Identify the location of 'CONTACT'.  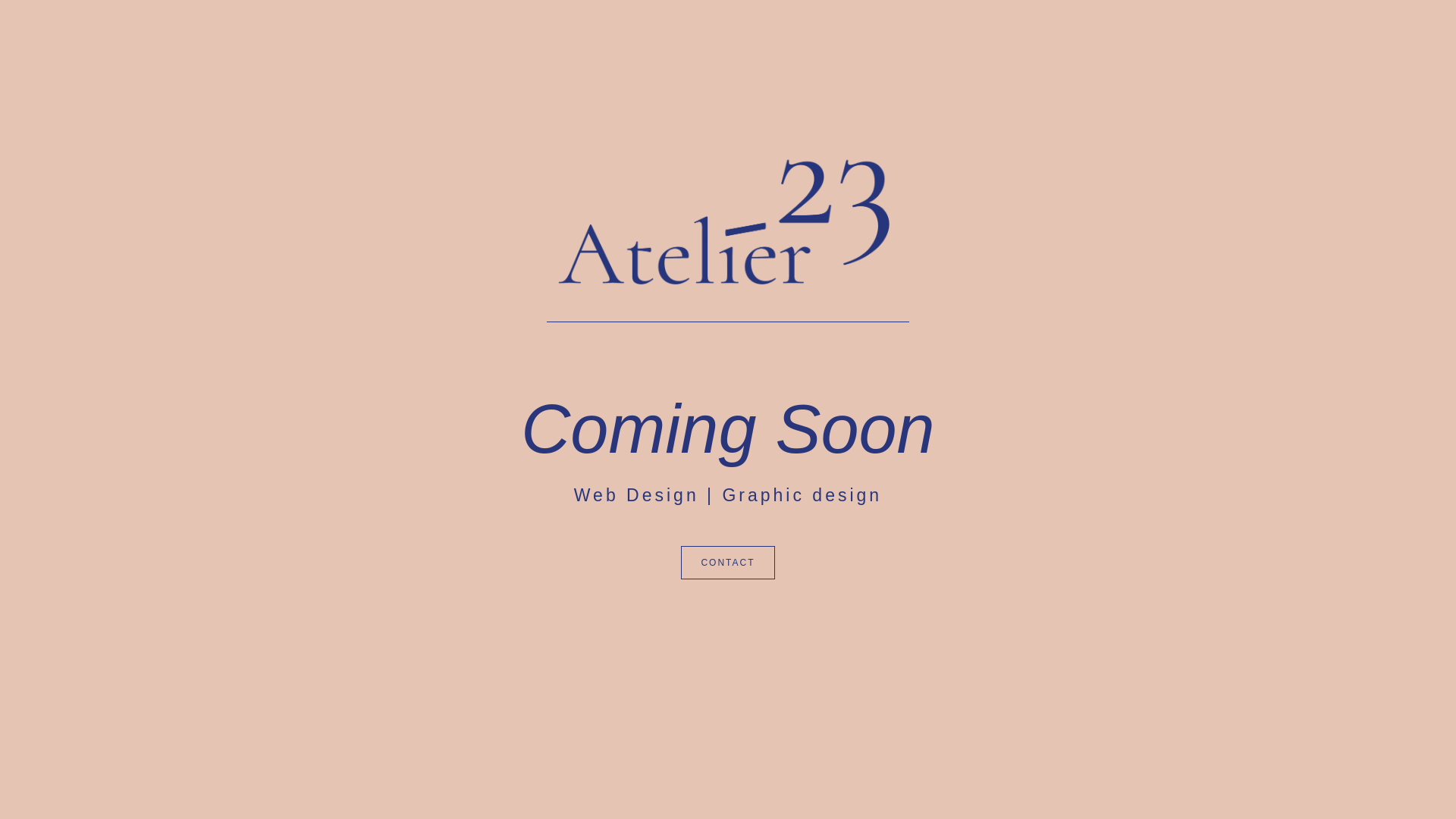
(726, 562).